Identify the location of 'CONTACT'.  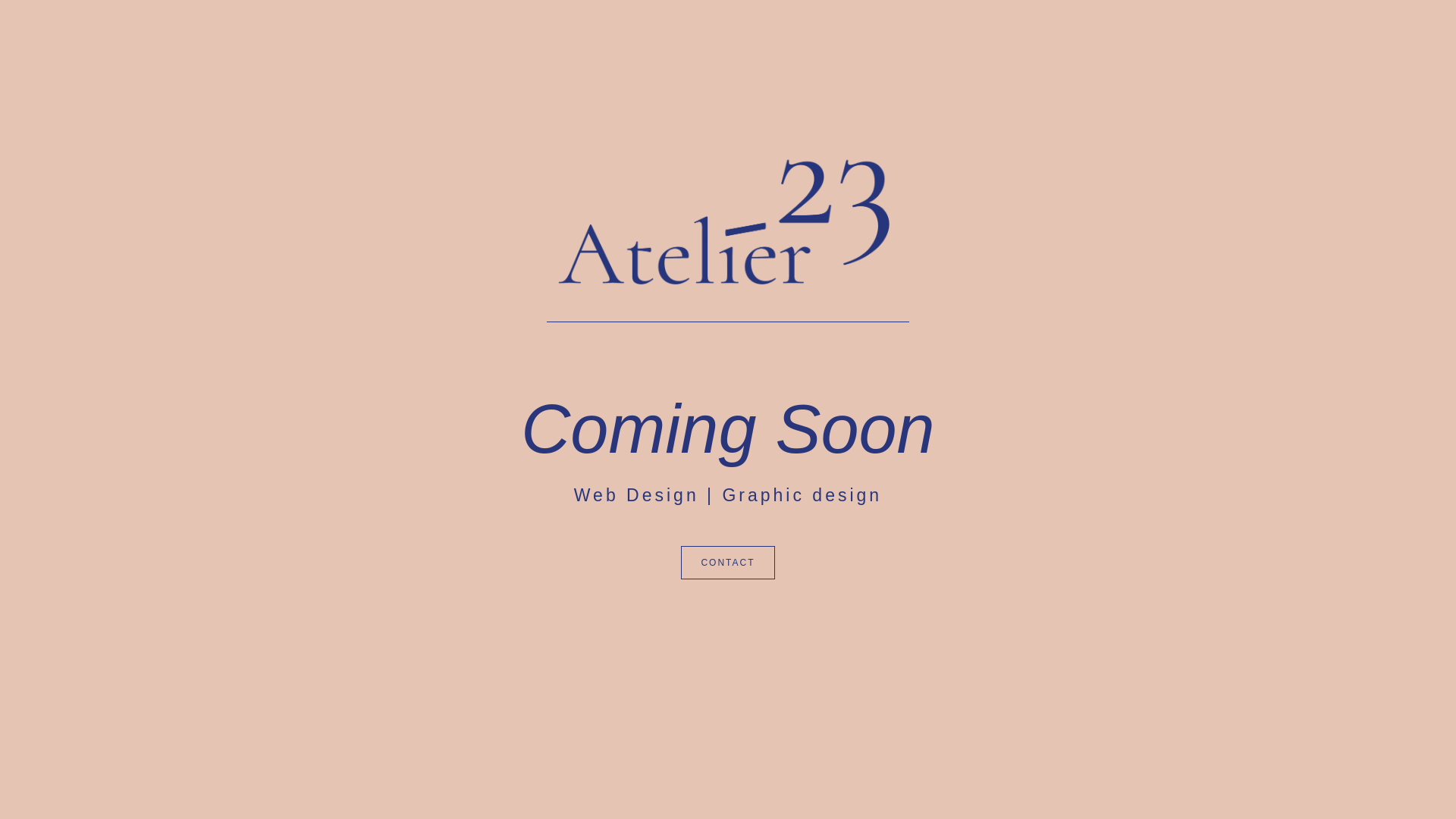
(726, 562).